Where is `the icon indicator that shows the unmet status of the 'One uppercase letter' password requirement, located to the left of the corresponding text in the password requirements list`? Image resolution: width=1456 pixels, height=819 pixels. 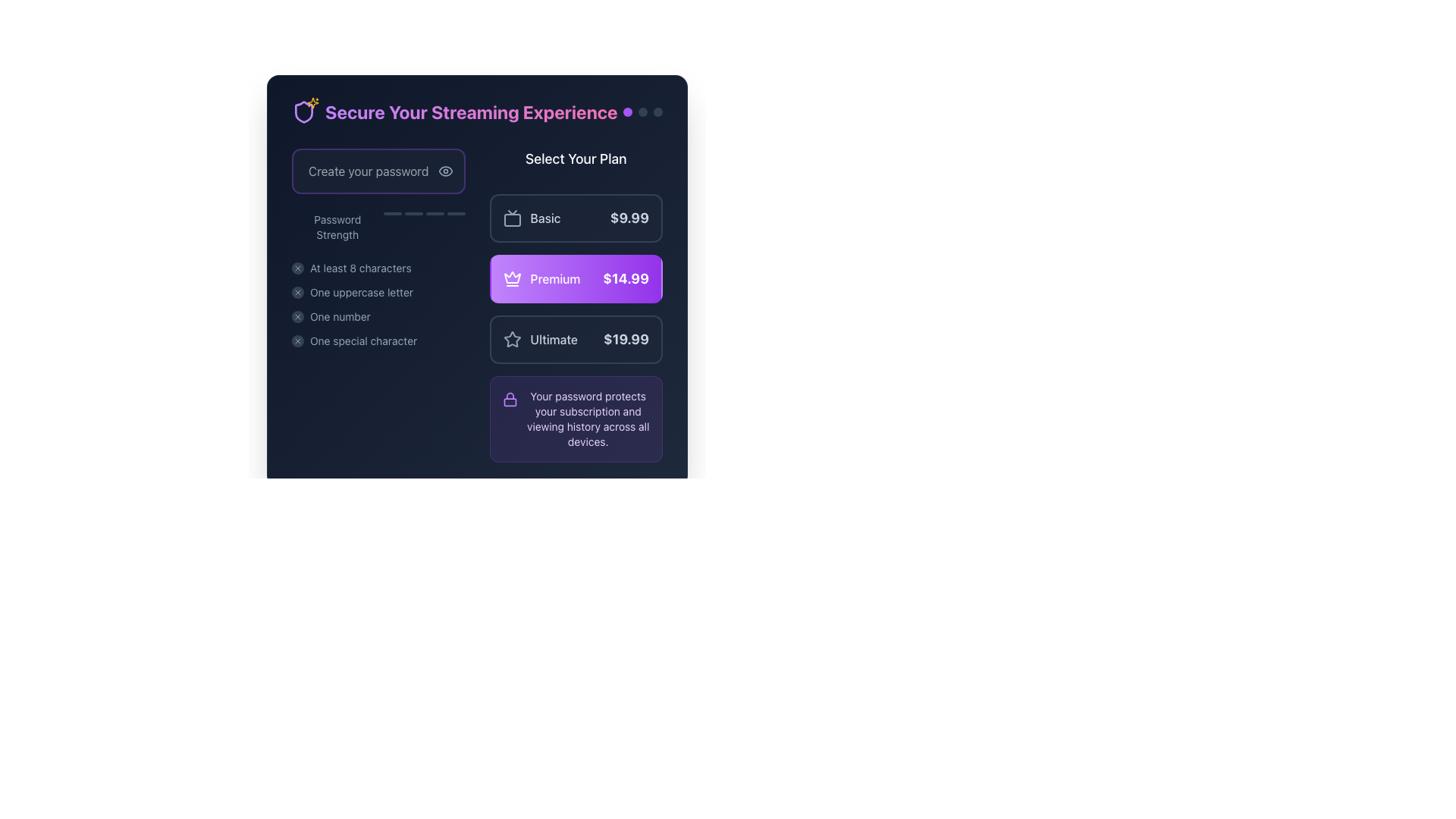
the icon indicator that shows the unmet status of the 'One uppercase letter' password requirement, located to the left of the corresponding text in the password requirements list is located at coordinates (298, 292).